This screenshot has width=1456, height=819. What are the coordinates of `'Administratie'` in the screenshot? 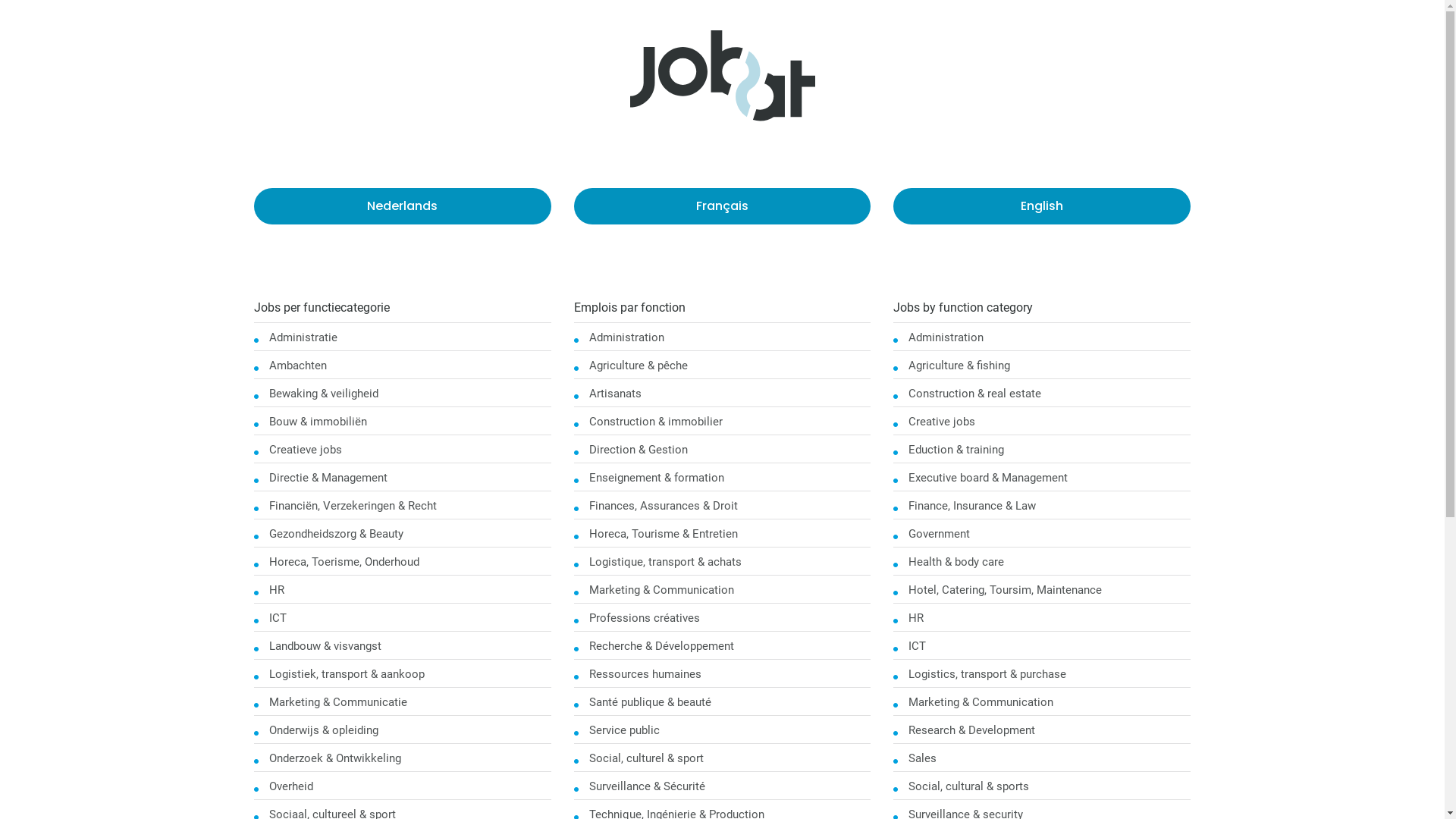 It's located at (303, 336).